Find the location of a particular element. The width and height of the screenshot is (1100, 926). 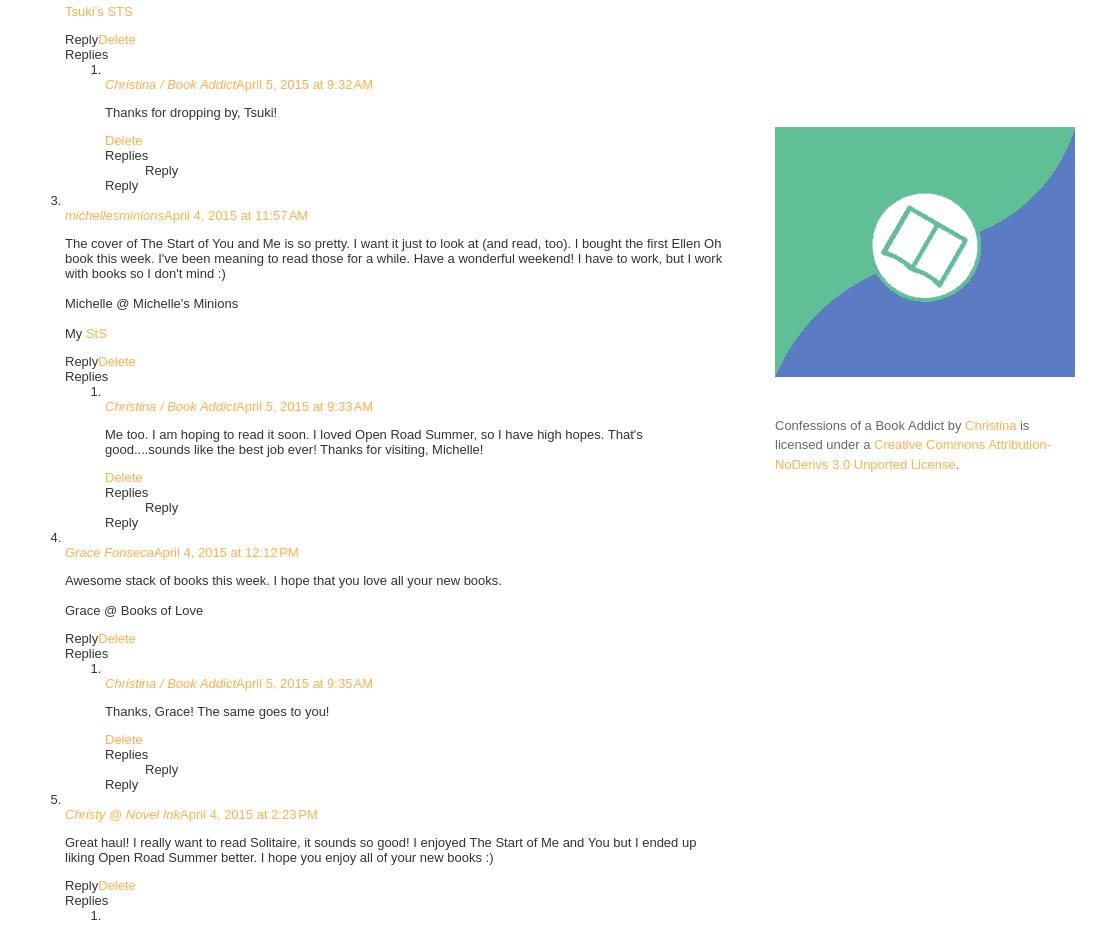

'Creative Commons Attribution-NoDerivs 3.0 Unported License' is located at coordinates (913, 454).